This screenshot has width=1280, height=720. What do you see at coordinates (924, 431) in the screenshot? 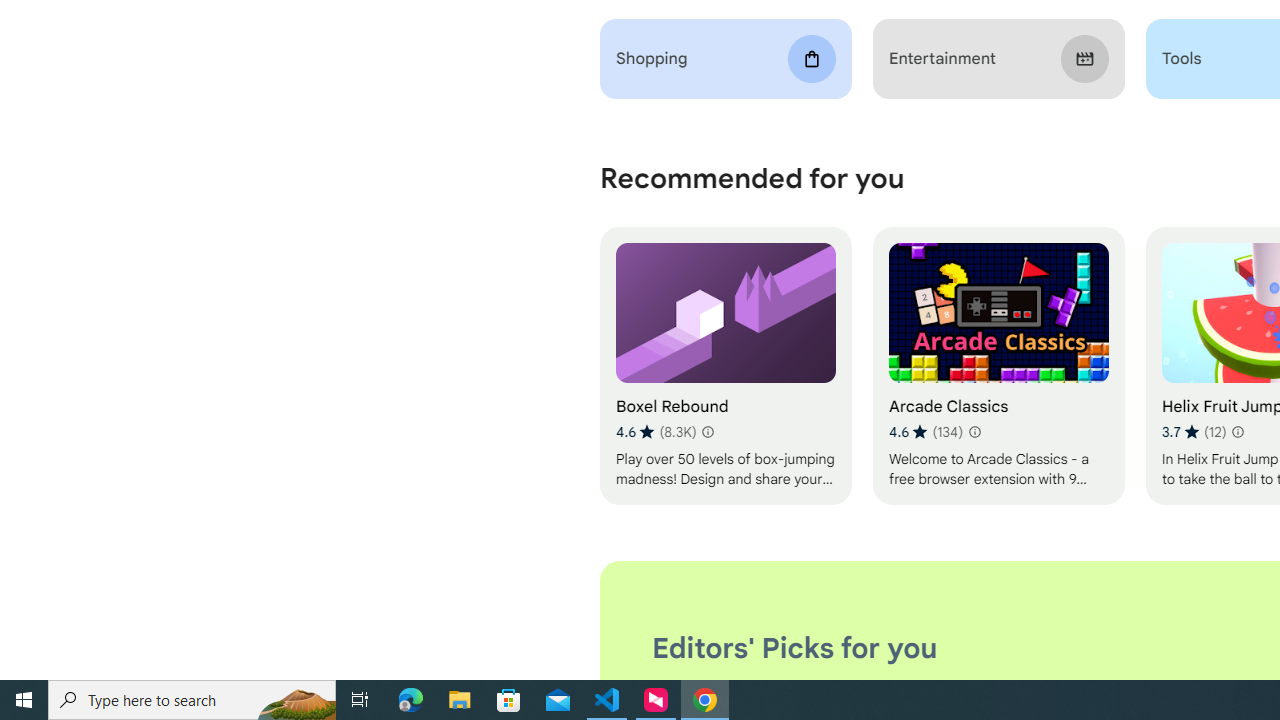
I see `'Average rating 4.6 out of 5 stars. 134 ratings.'` at bounding box center [924, 431].